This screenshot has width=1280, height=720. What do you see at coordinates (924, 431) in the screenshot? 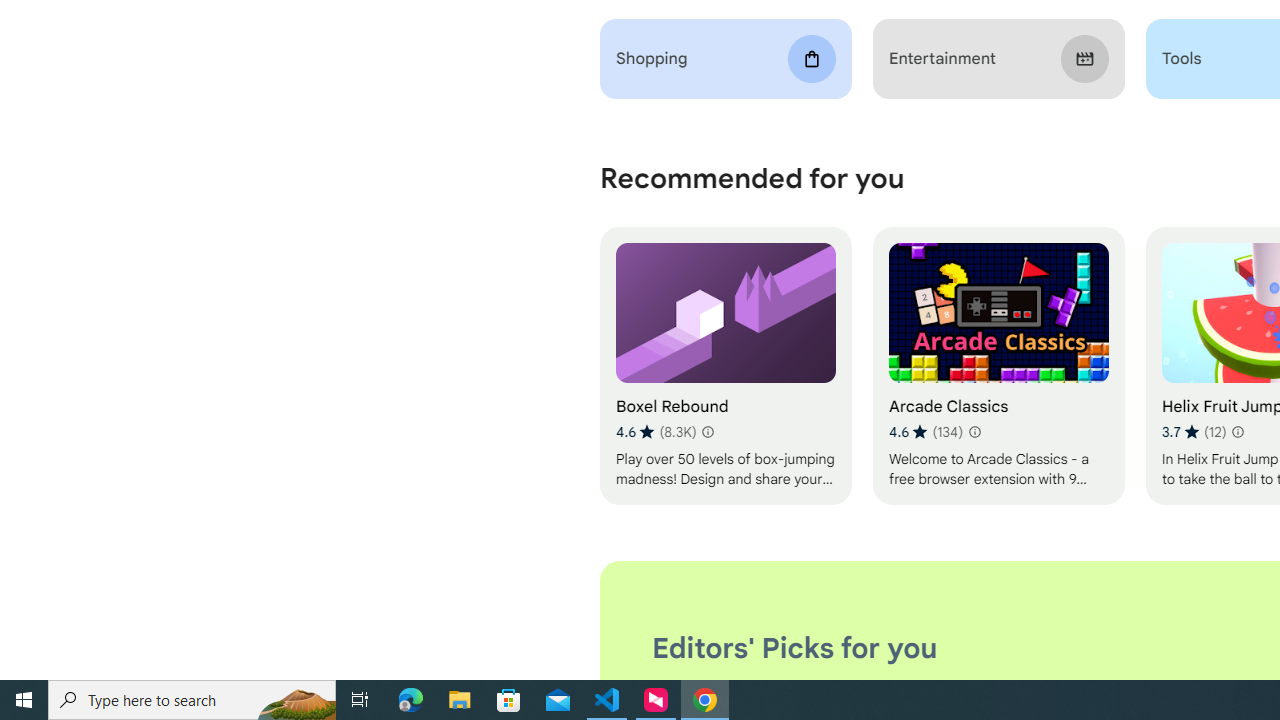
I see `'Average rating 4.6 out of 5 stars. 134 ratings.'` at bounding box center [924, 431].